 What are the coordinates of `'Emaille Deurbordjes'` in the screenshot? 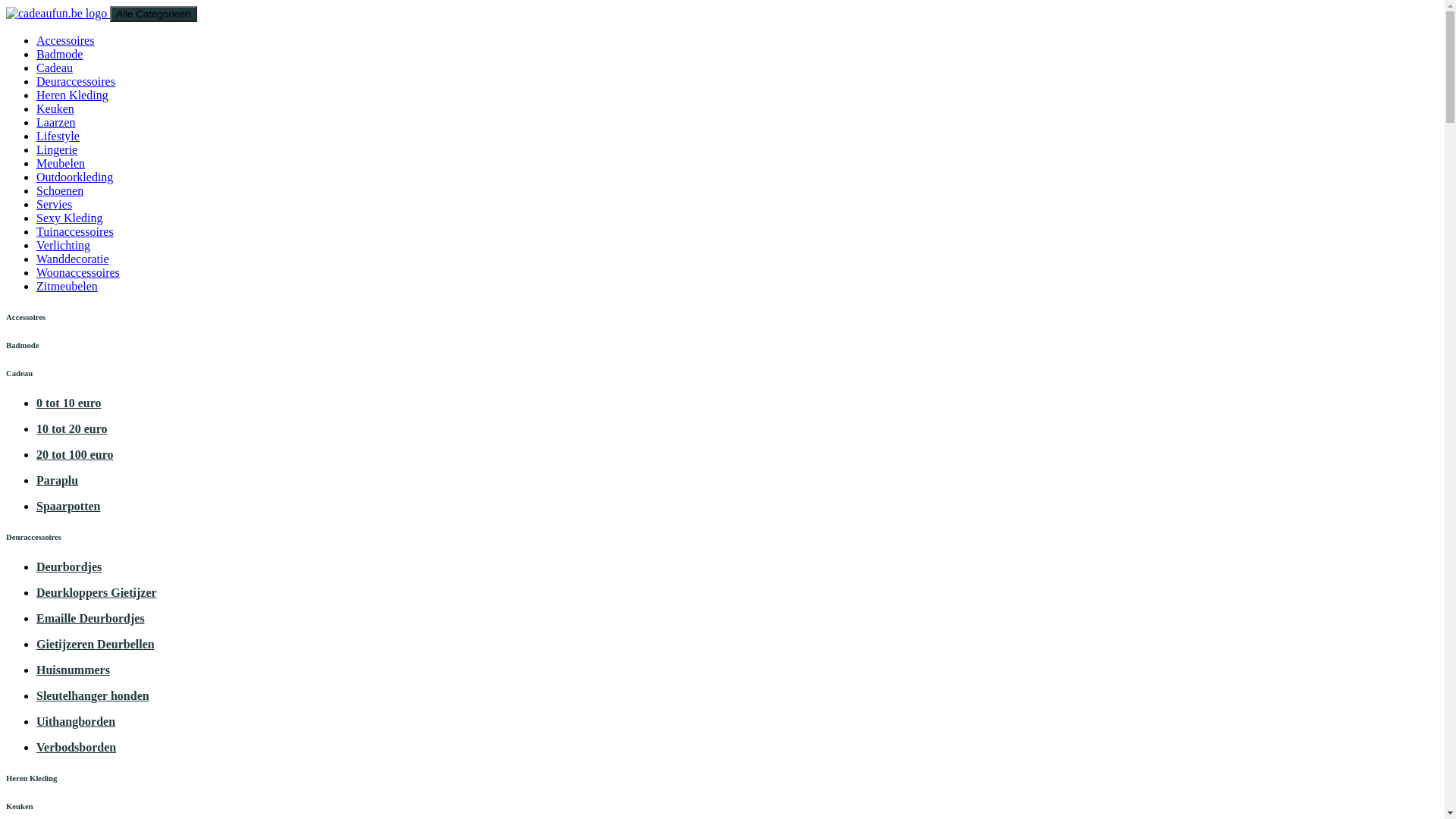 It's located at (89, 618).